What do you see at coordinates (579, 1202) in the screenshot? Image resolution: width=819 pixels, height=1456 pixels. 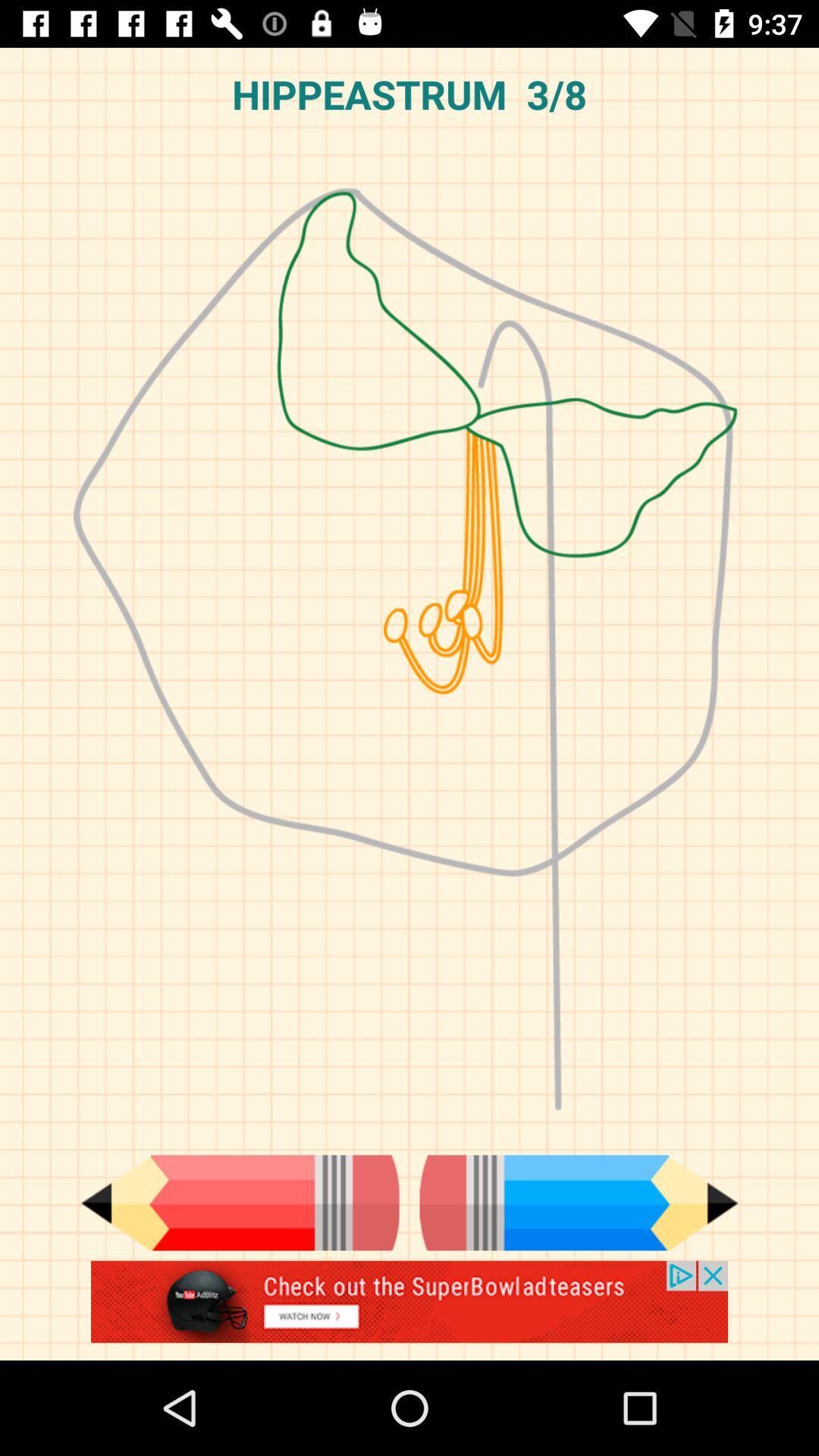 I see `pencil to draw` at bounding box center [579, 1202].